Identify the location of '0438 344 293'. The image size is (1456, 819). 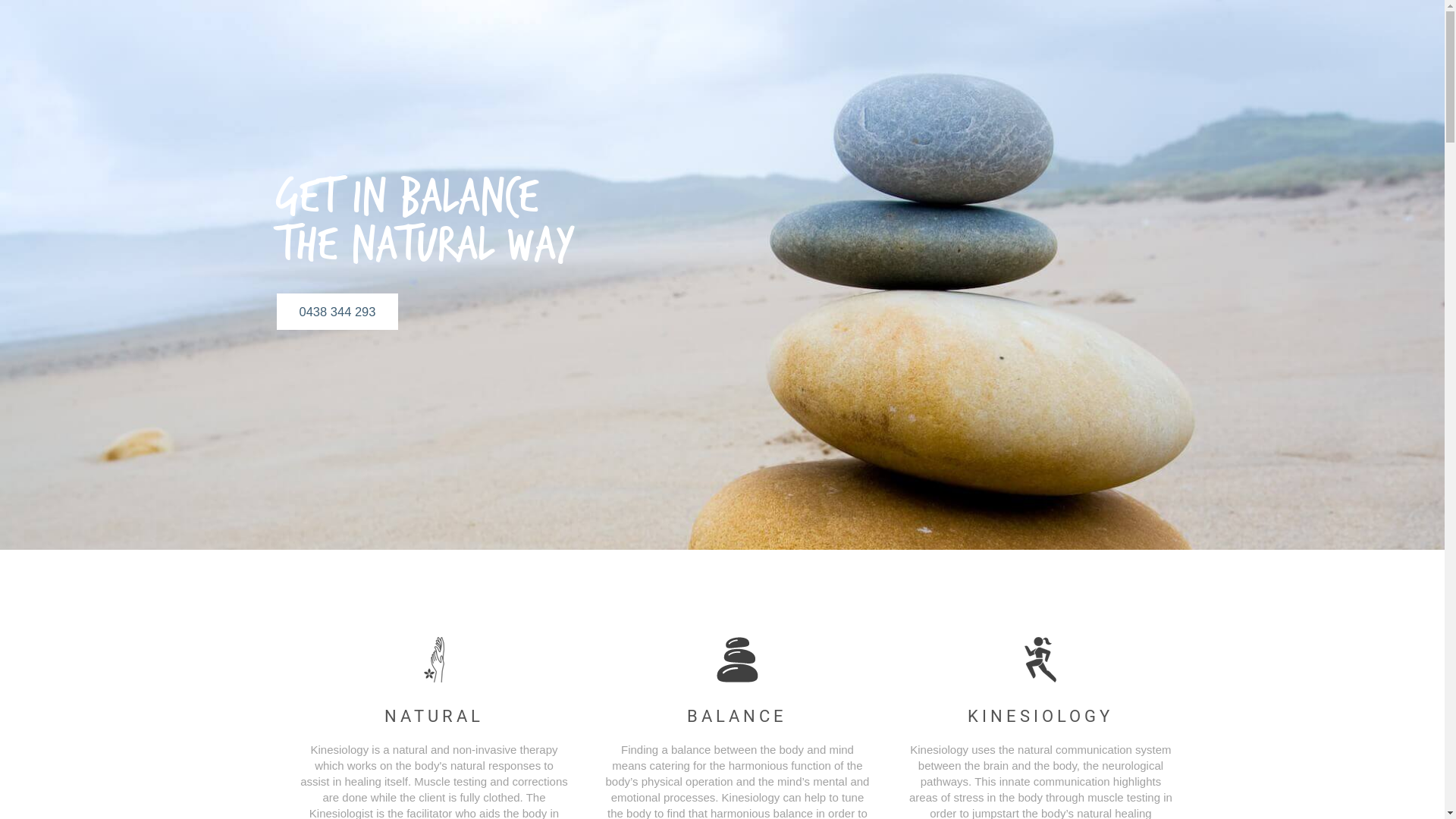
(336, 311).